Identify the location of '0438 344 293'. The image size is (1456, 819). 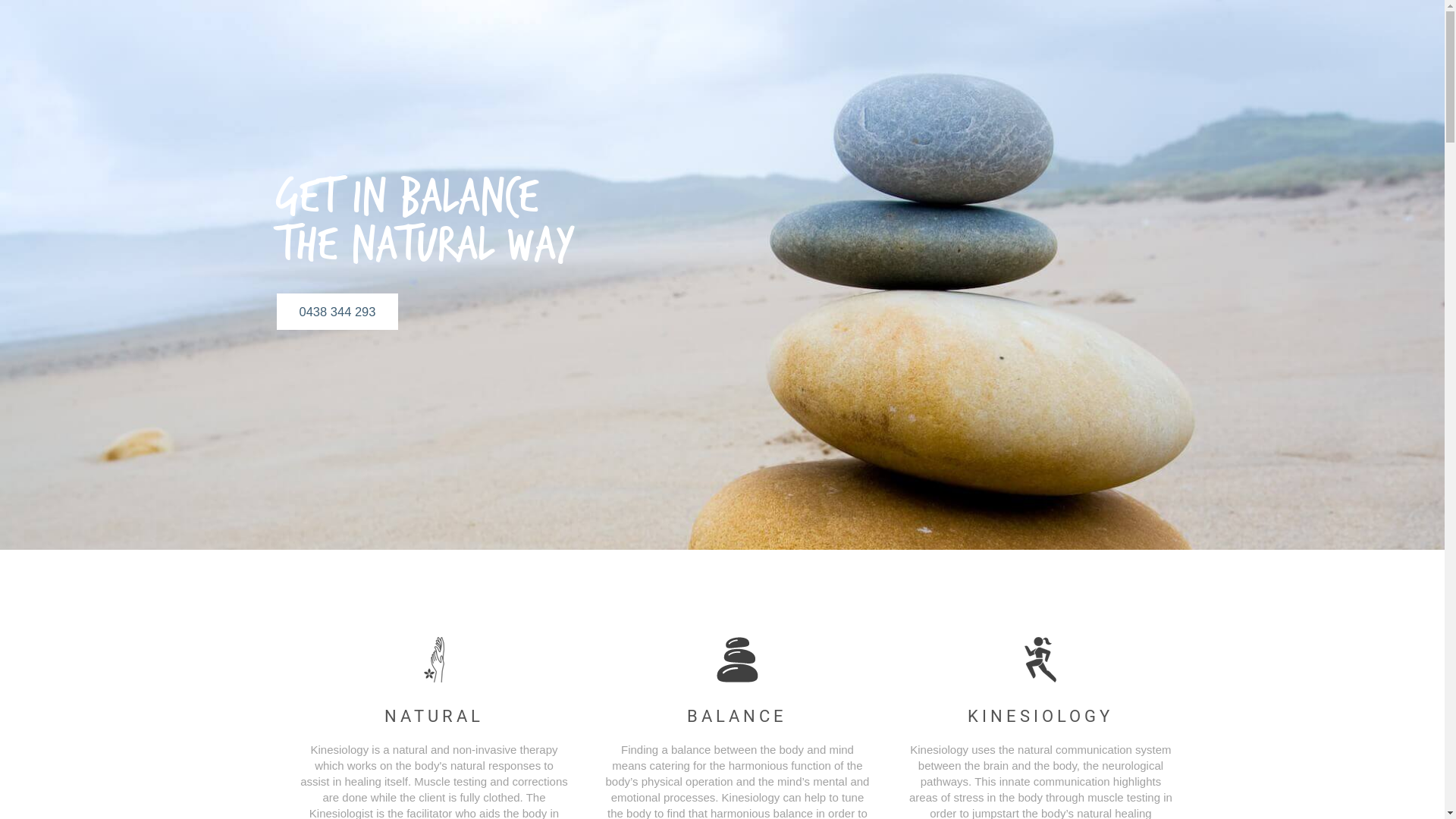
(336, 311).